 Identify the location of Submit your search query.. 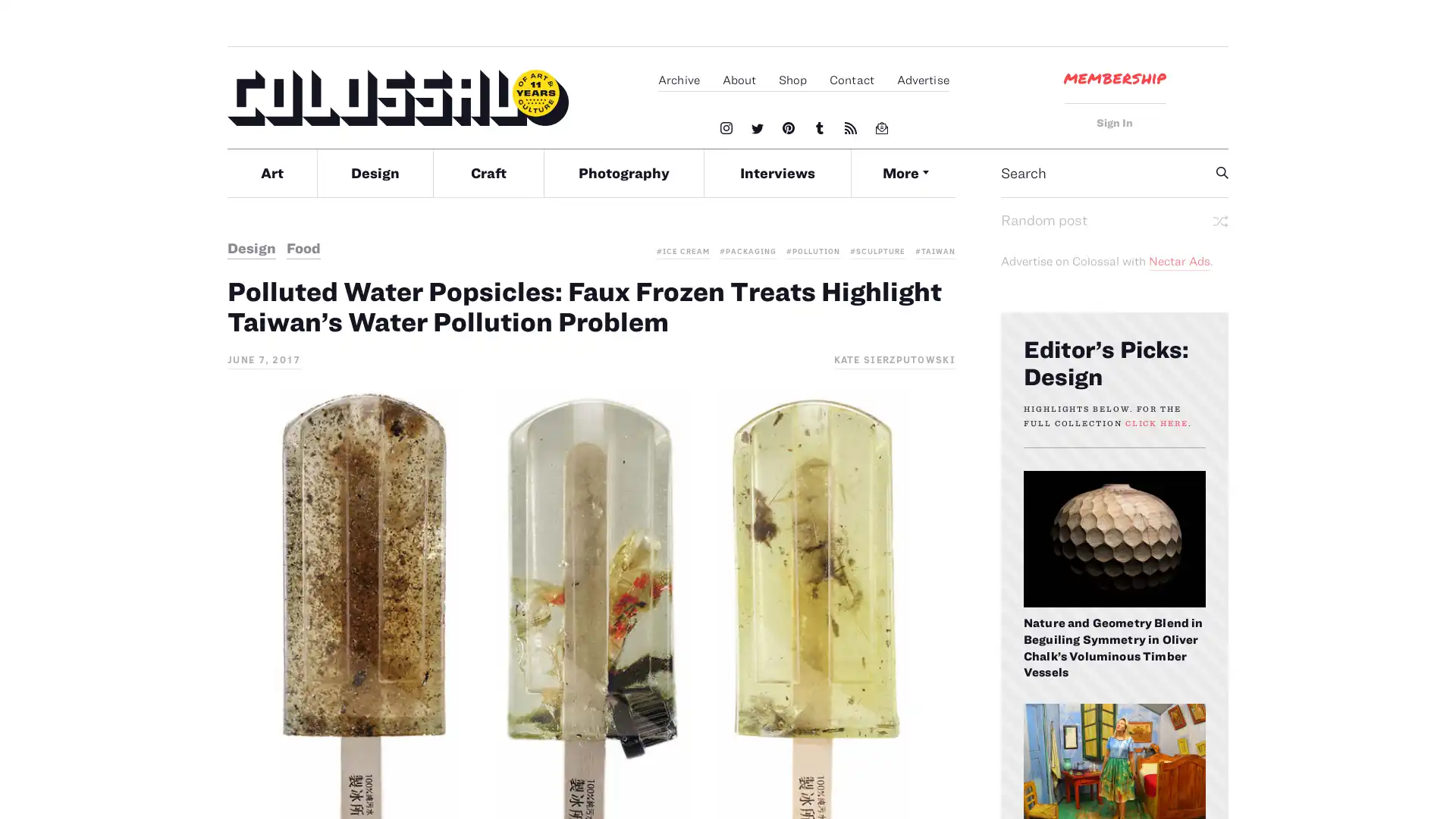
(1222, 171).